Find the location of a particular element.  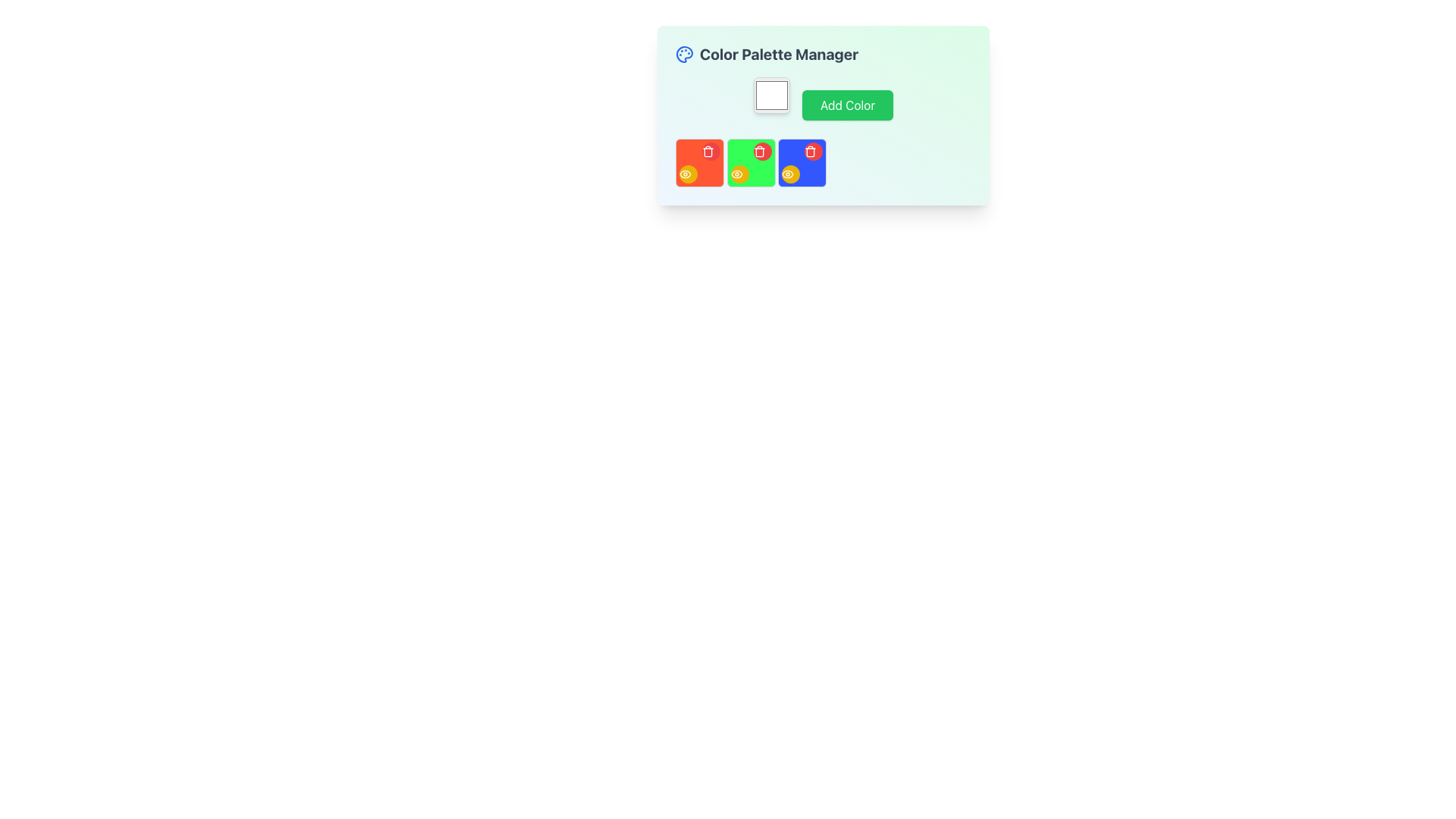

the delete button located at the top-right corner of the blue rectangular block to initiate the delete operation is located at coordinates (813, 152).